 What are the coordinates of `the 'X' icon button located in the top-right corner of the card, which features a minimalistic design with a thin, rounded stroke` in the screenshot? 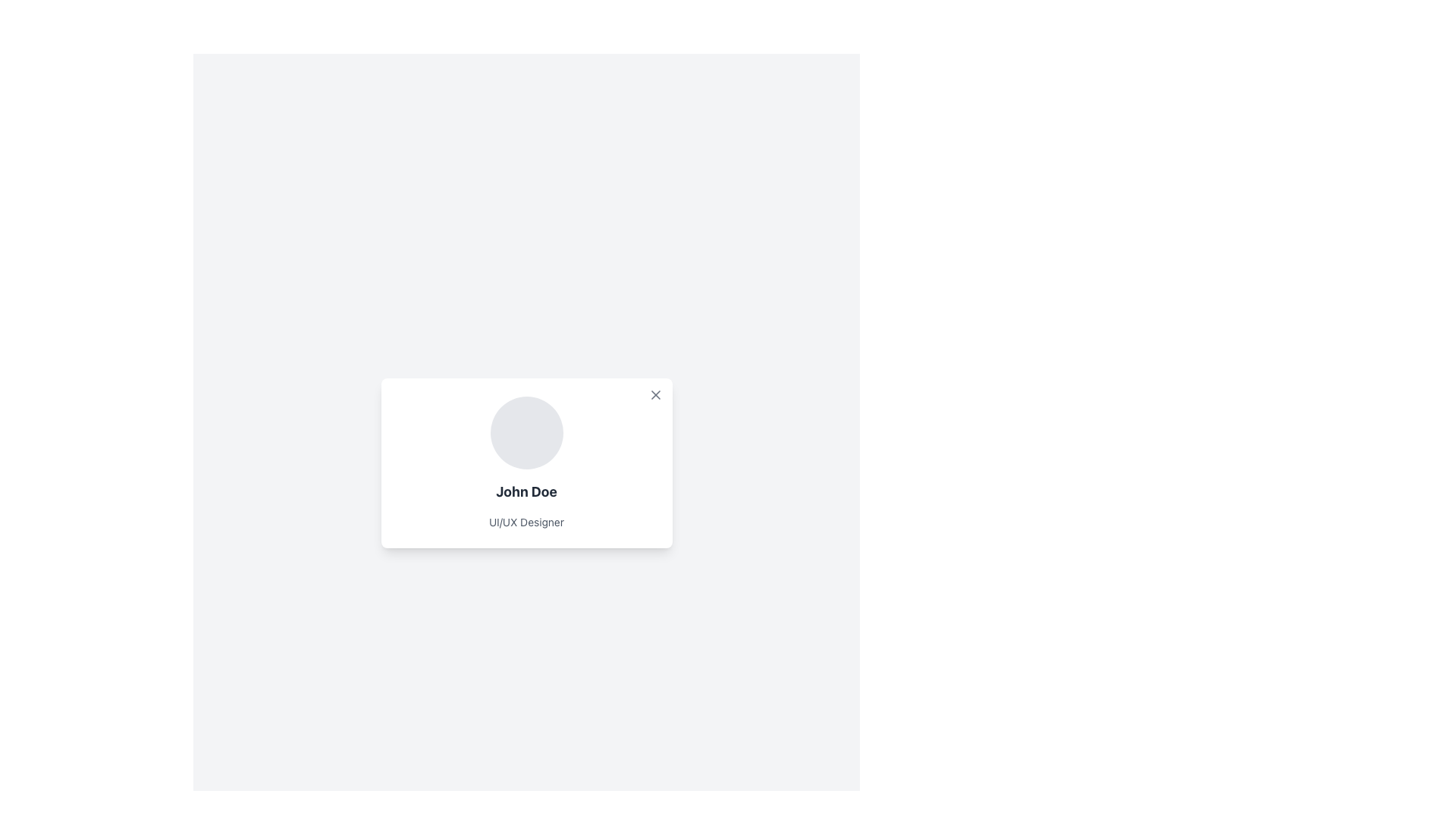 It's located at (655, 394).